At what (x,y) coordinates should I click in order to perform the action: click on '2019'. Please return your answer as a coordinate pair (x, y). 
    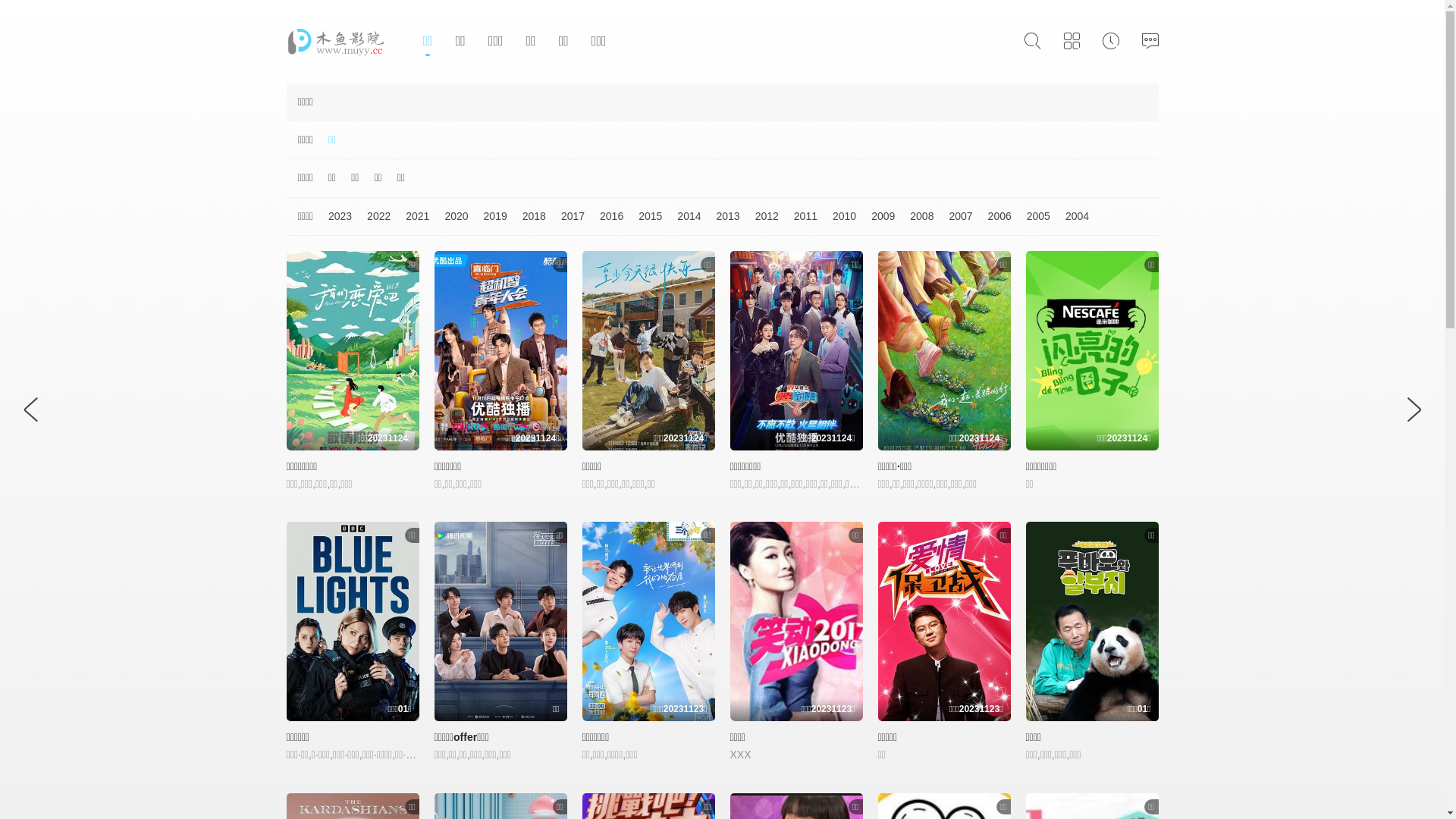
    Looking at the image, I should click on (488, 216).